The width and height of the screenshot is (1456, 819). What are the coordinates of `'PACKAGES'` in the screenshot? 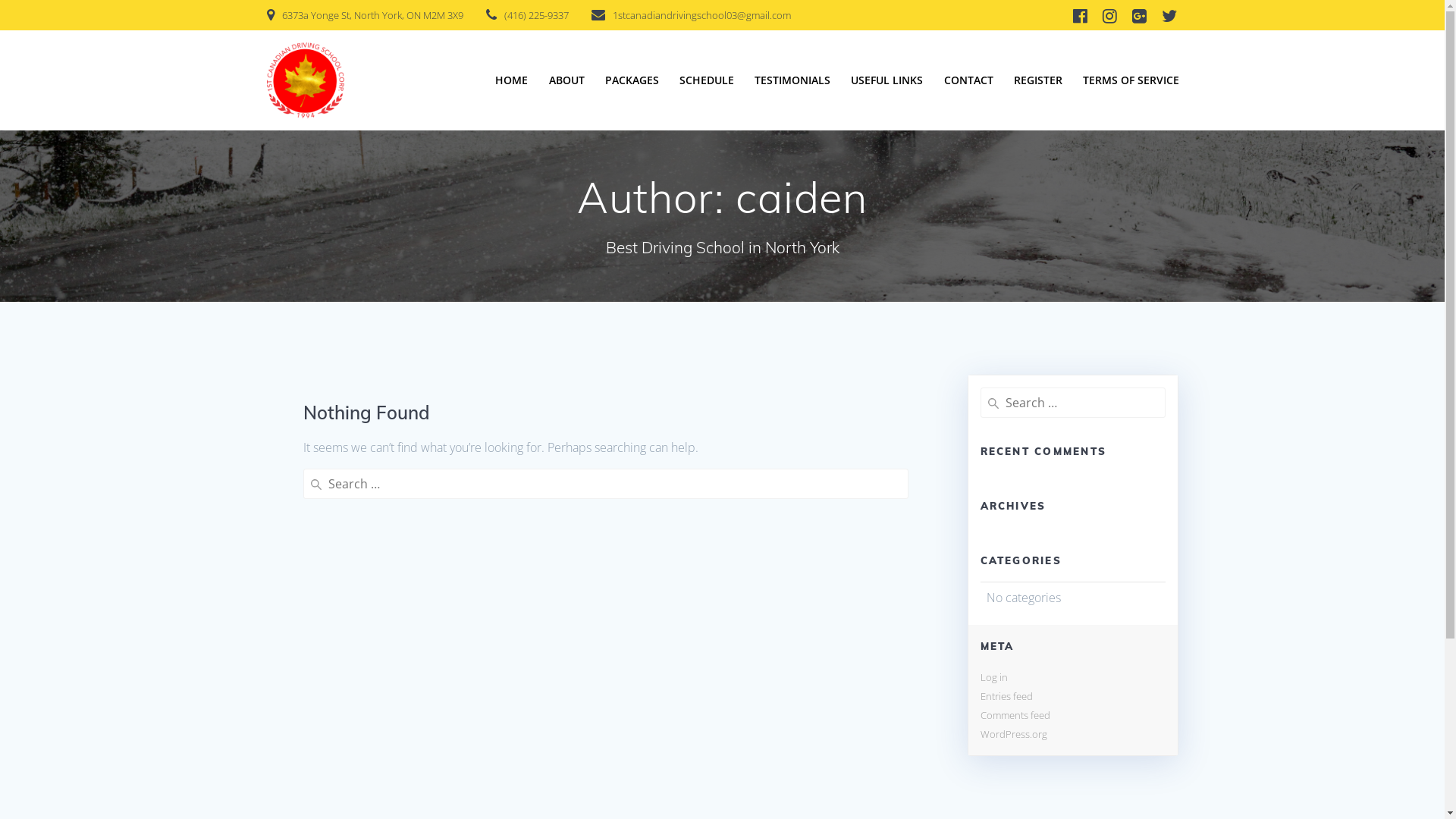 It's located at (632, 80).